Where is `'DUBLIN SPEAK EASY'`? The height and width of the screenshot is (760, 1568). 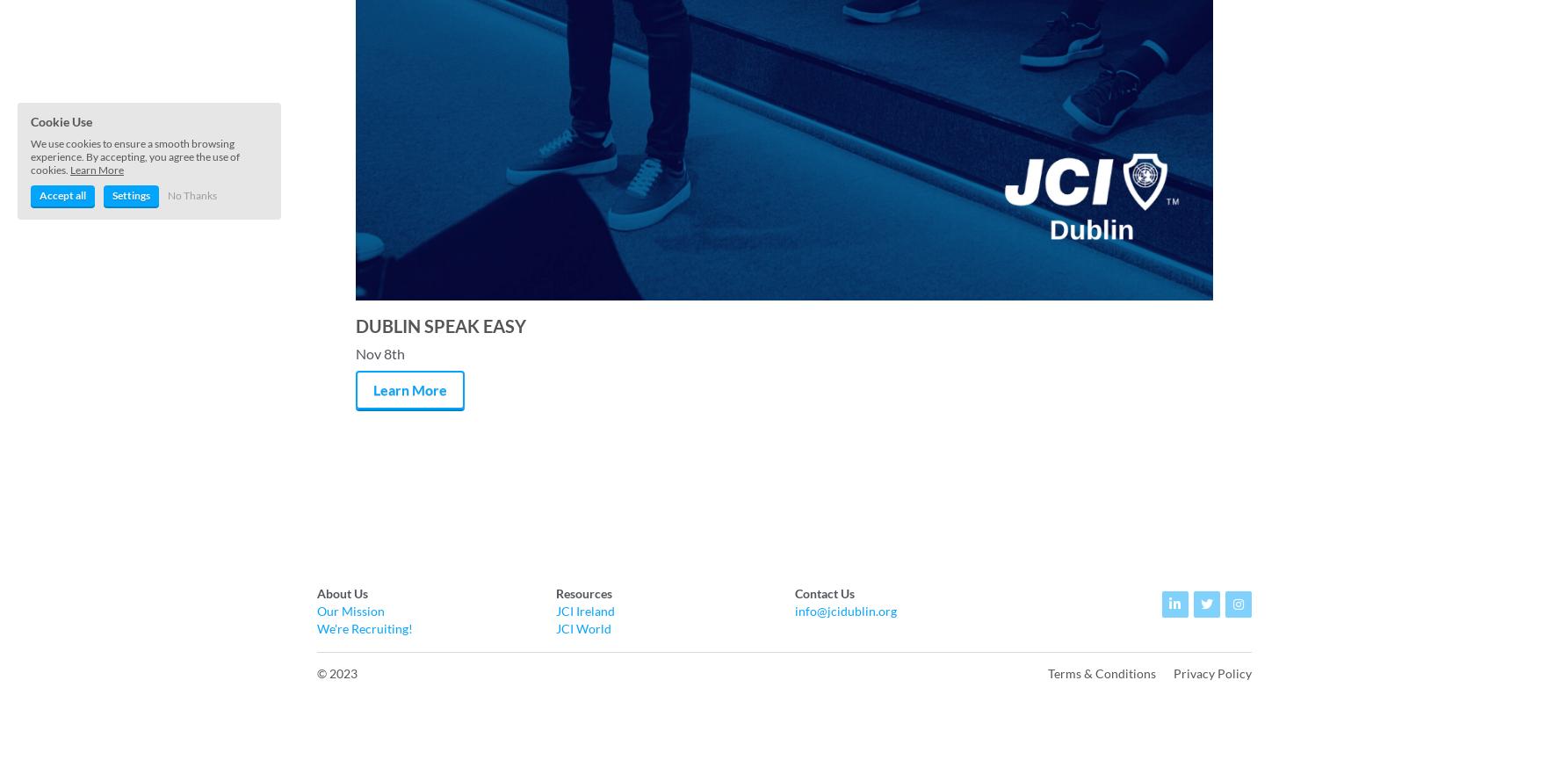 'DUBLIN SPEAK EASY' is located at coordinates (439, 324).